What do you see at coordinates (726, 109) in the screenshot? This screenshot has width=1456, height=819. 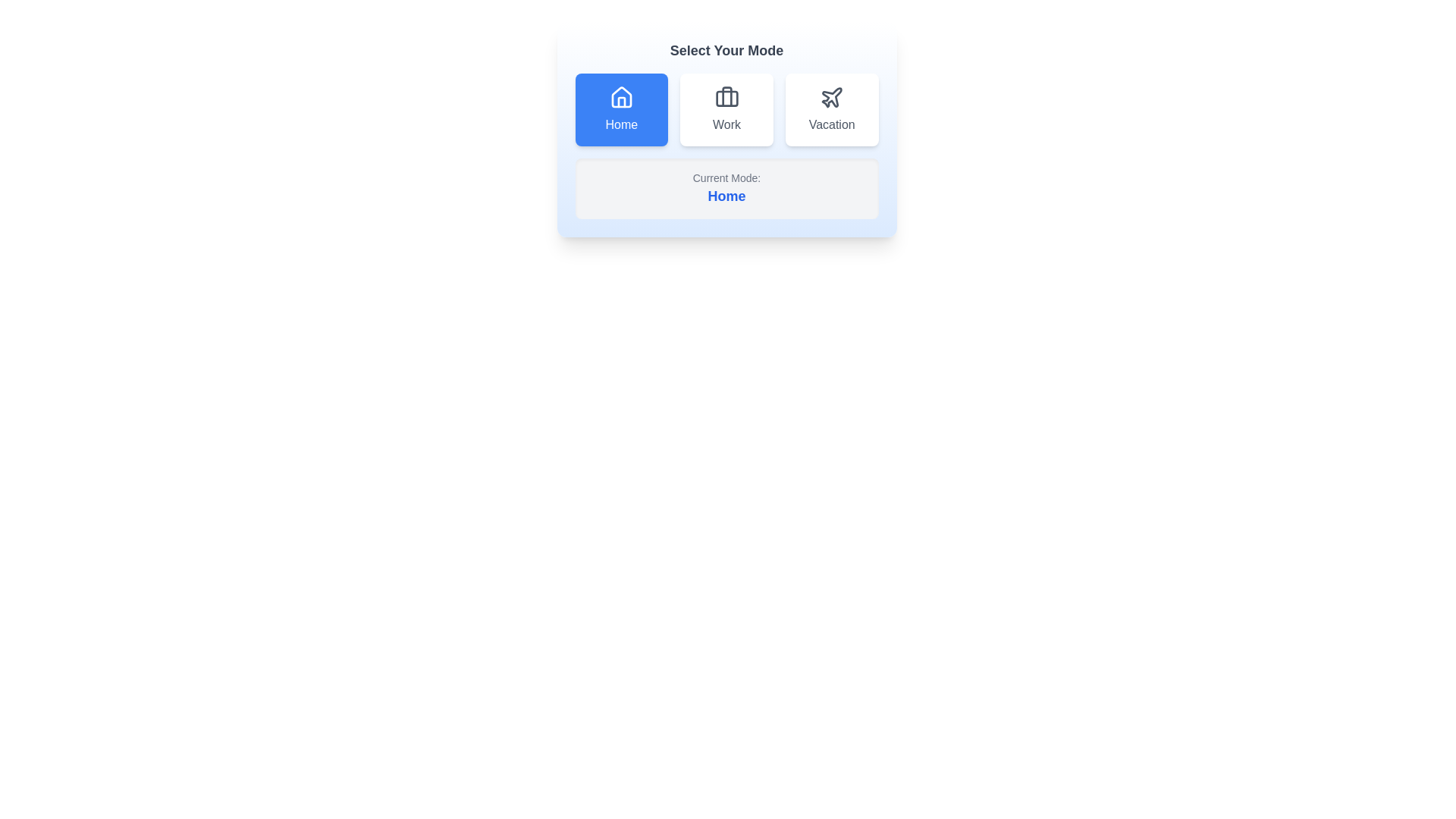 I see `the button corresponding to Work to select it` at bounding box center [726, 109].